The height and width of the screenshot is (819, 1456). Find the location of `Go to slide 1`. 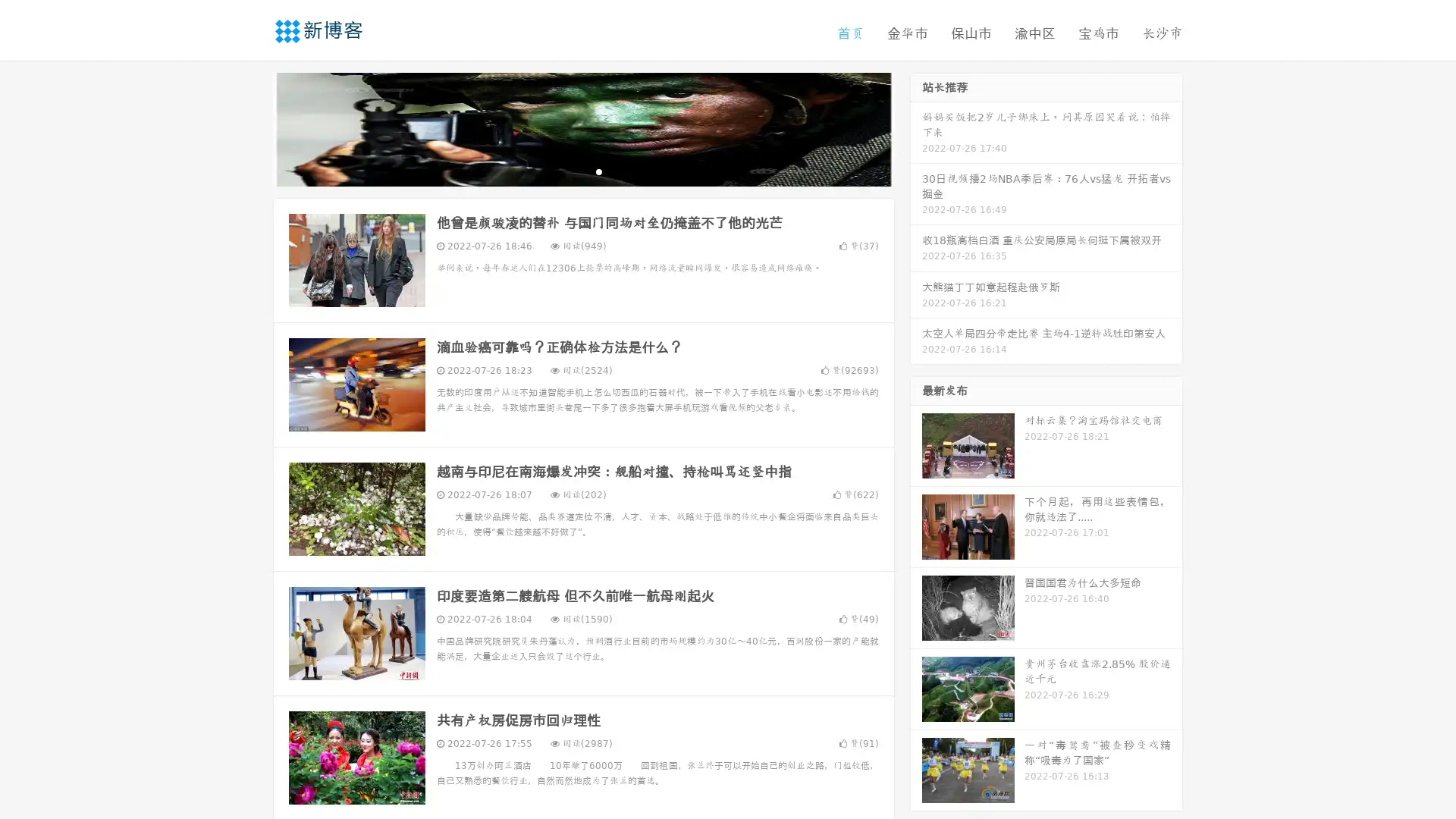

Go to slide 1 is located at coordinates (567, 171).